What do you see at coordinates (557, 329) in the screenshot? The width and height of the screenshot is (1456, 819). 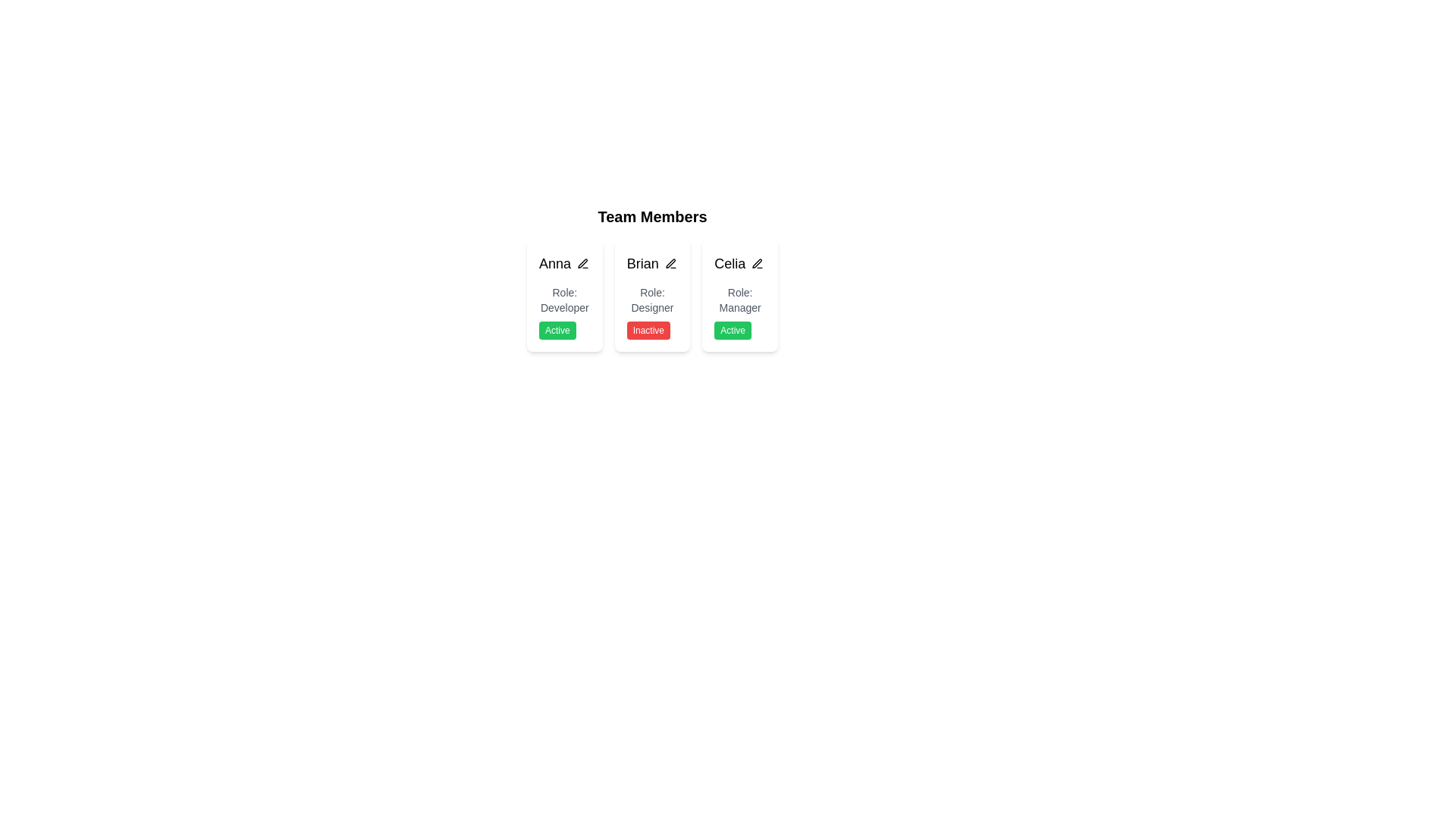 I see `the Status badge indicating 'Active' located beneath the 'Role: Developer' label on the card labeled 'Anna', which is the first card in a three-card layout` at bounding box center [557, 329].